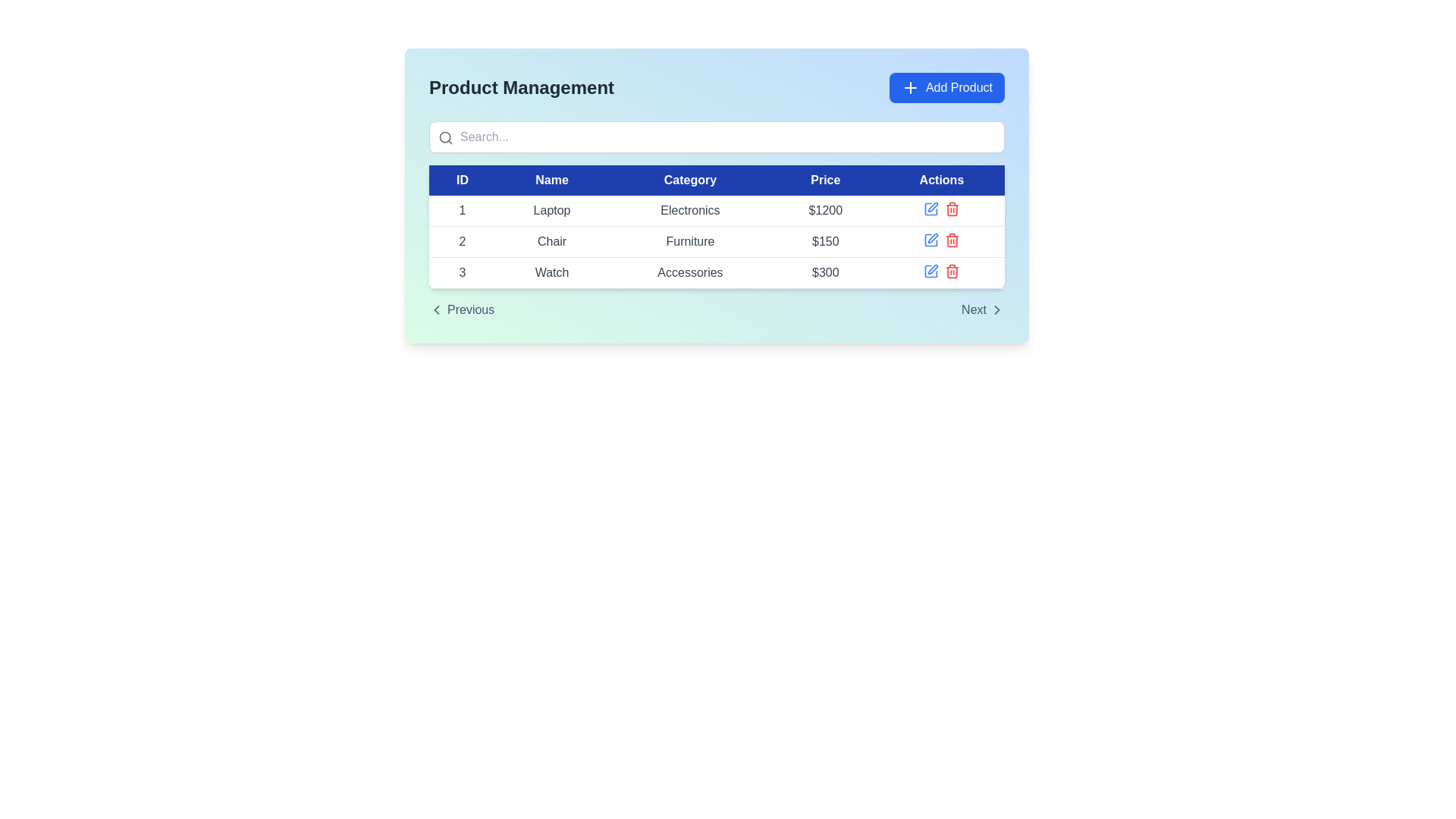  Describe the element at coordinates (951, 209) in the screenshot. I see `the red trash bin icon button in the second column of the 'Actions' row` at that location.